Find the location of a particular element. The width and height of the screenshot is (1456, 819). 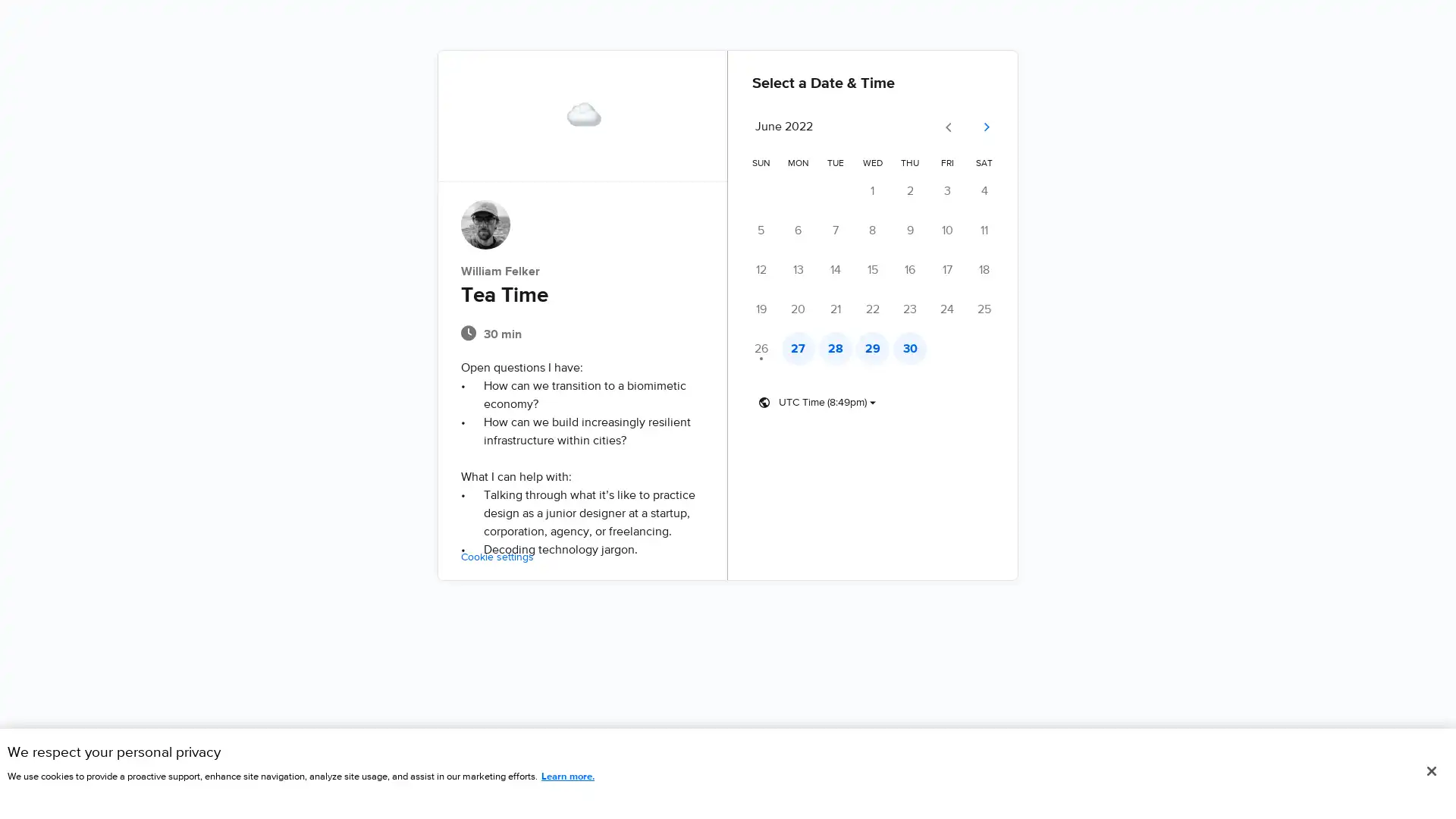

Saturday, June 4 - No times available is located at coordinates (996, 190).